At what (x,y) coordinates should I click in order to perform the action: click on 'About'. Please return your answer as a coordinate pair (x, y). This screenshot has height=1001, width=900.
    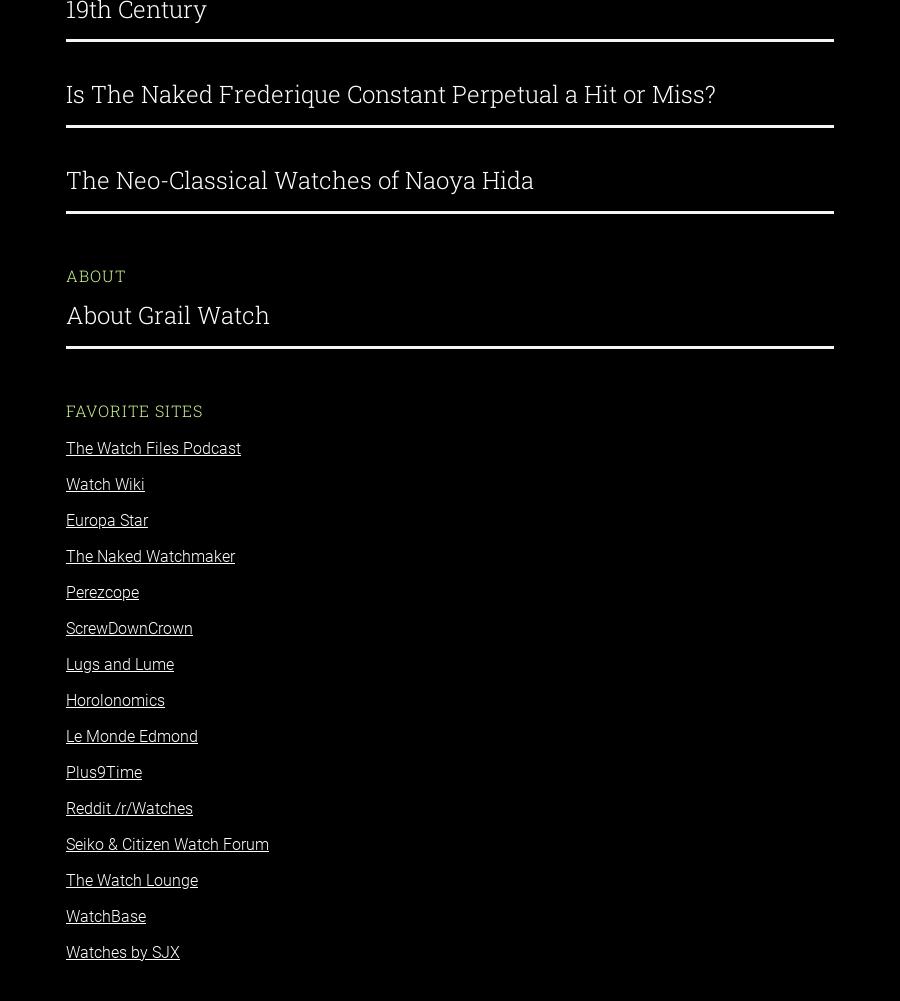
    Looking at the image, I should click on (95, 257).